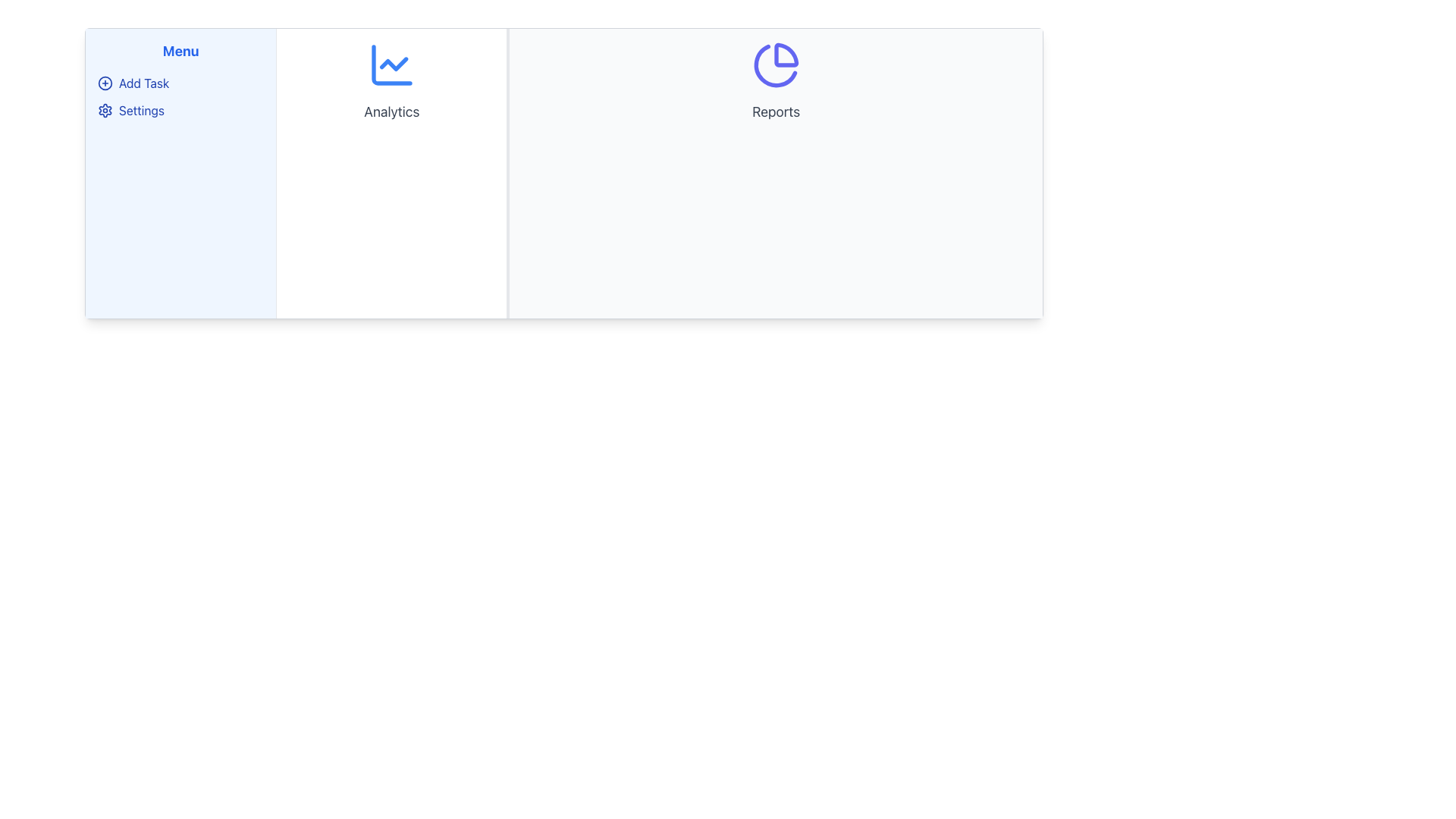  Describe the element at coordinates (391, 64) in the screenshot. I see `lower-left region of the 'Analytics' icon, which features a decorative fragment of a line chart` at that location.